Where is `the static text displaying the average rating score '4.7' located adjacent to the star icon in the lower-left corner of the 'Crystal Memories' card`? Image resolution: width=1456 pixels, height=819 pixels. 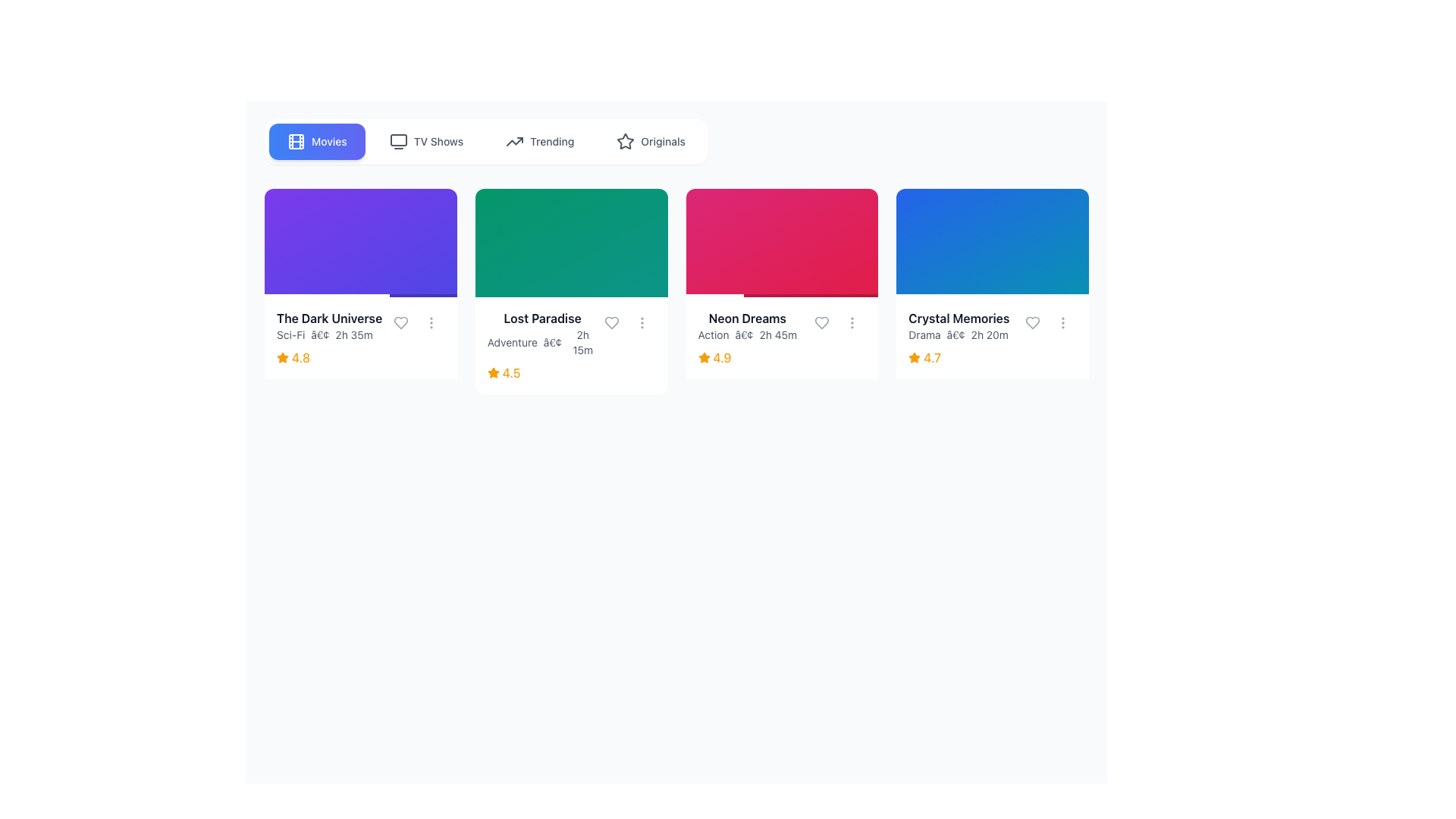 the static text displaying the average rating score '4.7' located adjacent to the star icon in the lower-left corner of the 'Crystal Memories' card is located at coordinates (931, 357).